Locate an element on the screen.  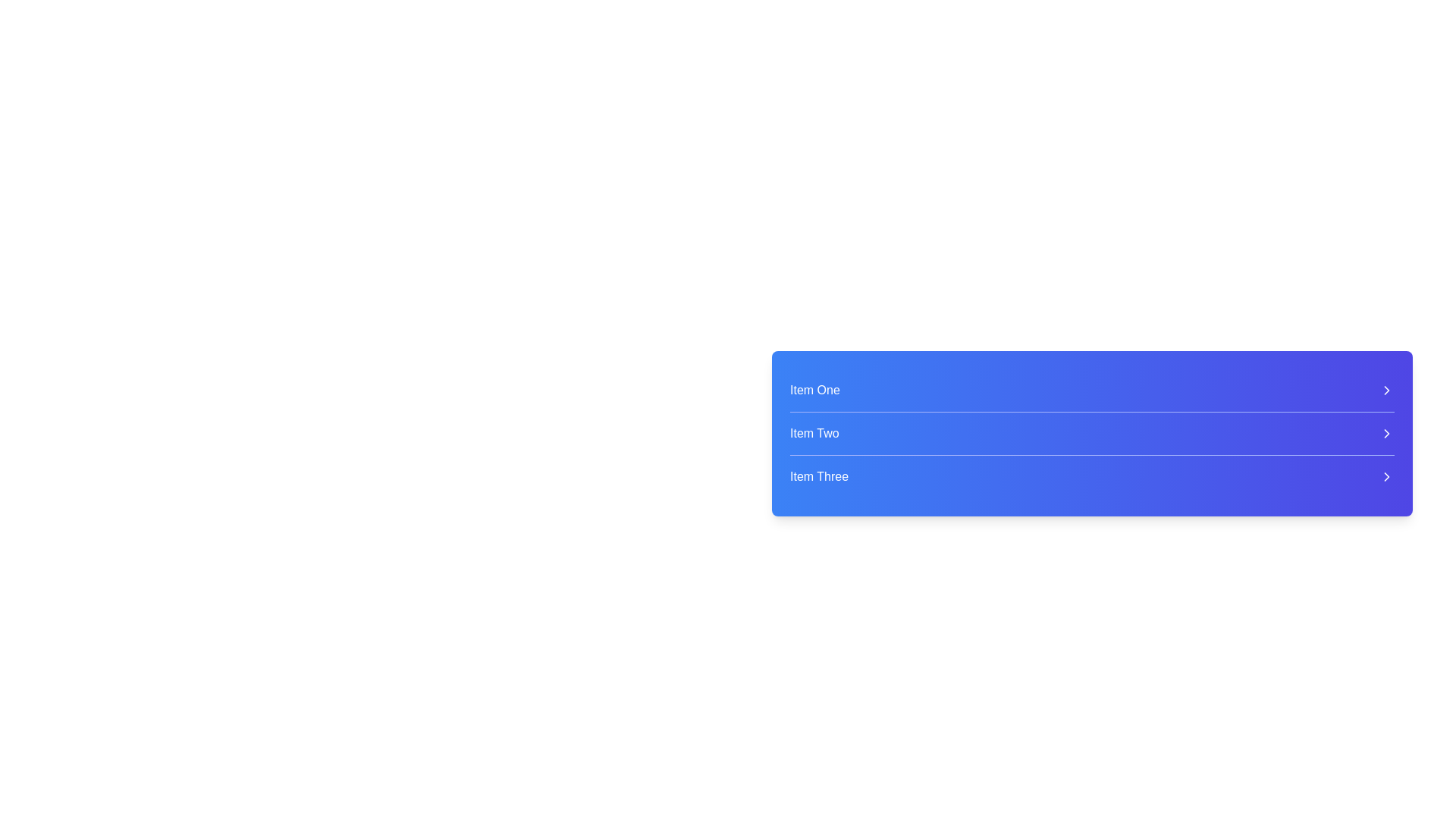
the right-arrow chevron icon positioned to the far right of the 'Item Three' text in the vertical list-style menu is located at coordinates (1386, 475).